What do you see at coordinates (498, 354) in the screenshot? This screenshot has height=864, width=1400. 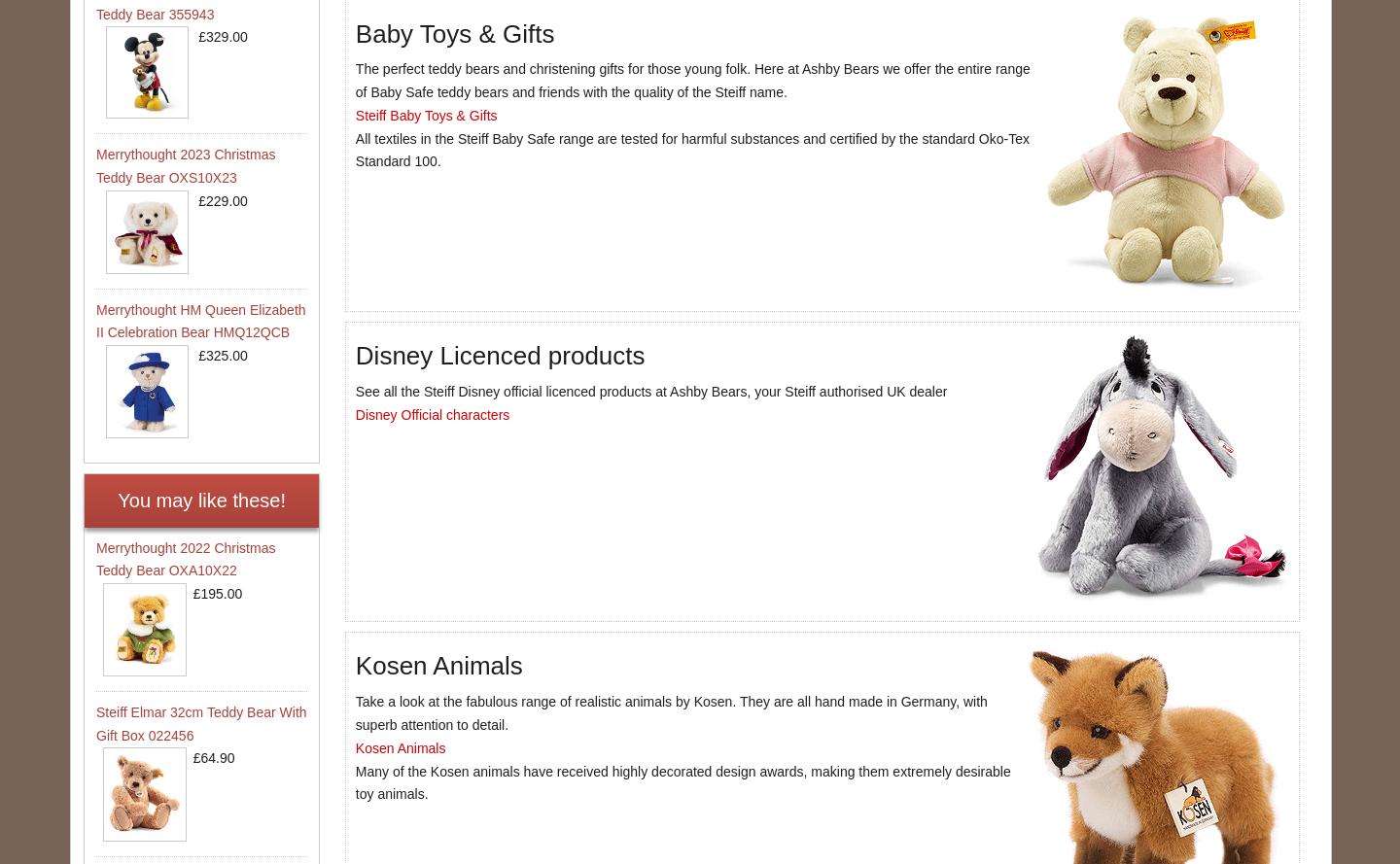 I see `'Disney Licenced products'` at bounding box center [498, 354].